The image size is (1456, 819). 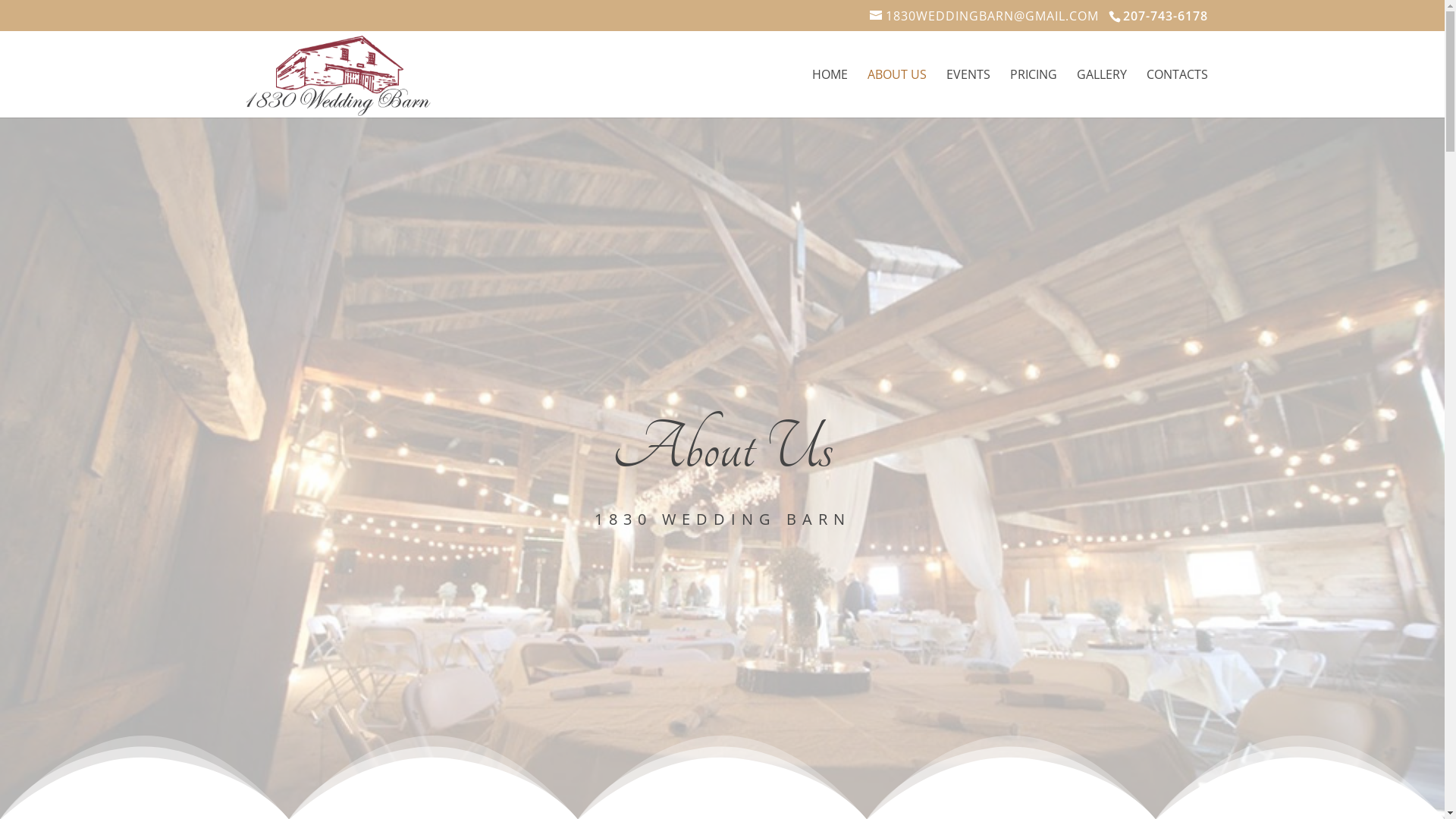 I want to click on 'GALLERY', so click(x=1076, y=93).